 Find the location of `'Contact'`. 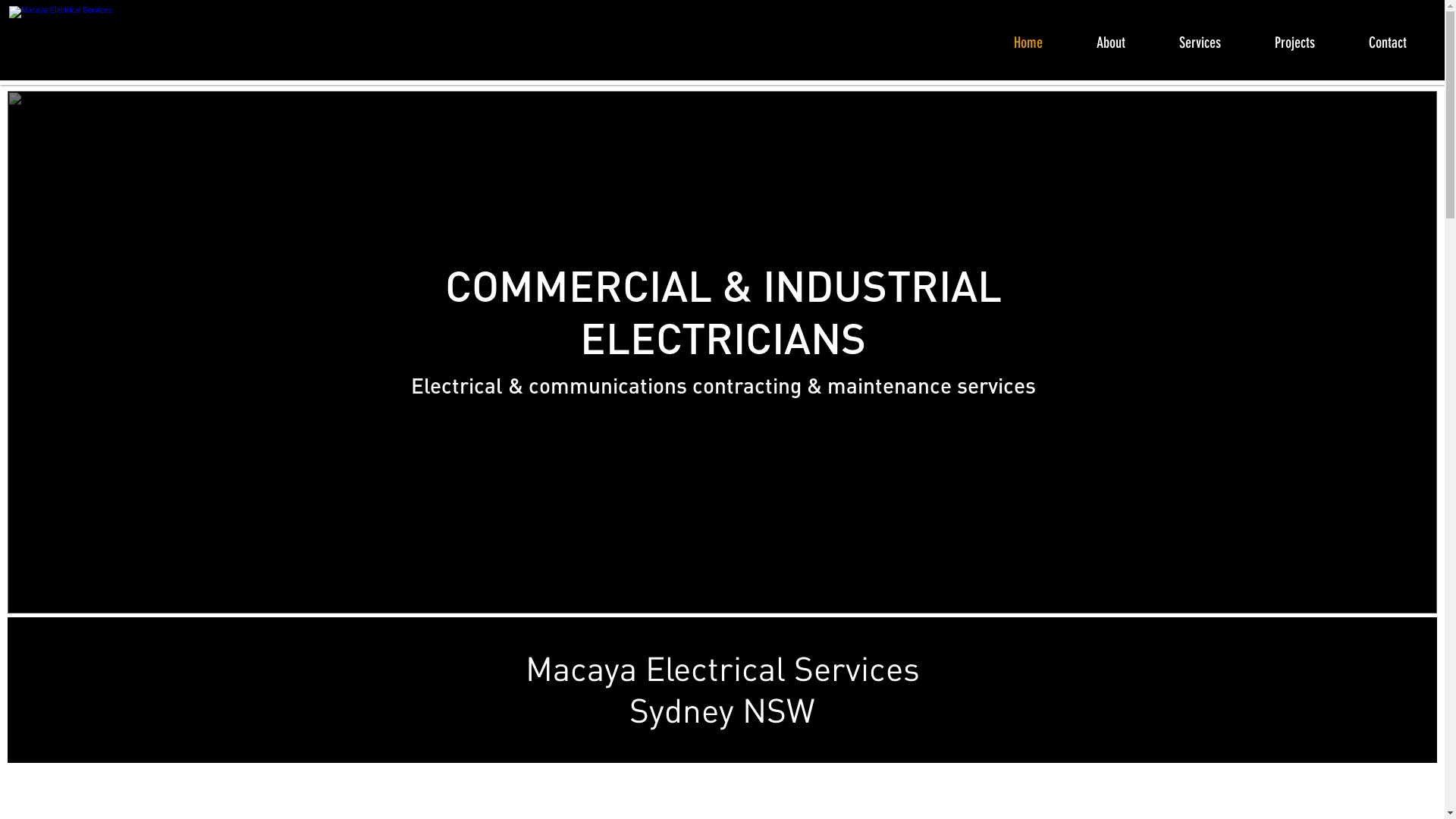

'Contact' is located at coordinates (1398, 39).